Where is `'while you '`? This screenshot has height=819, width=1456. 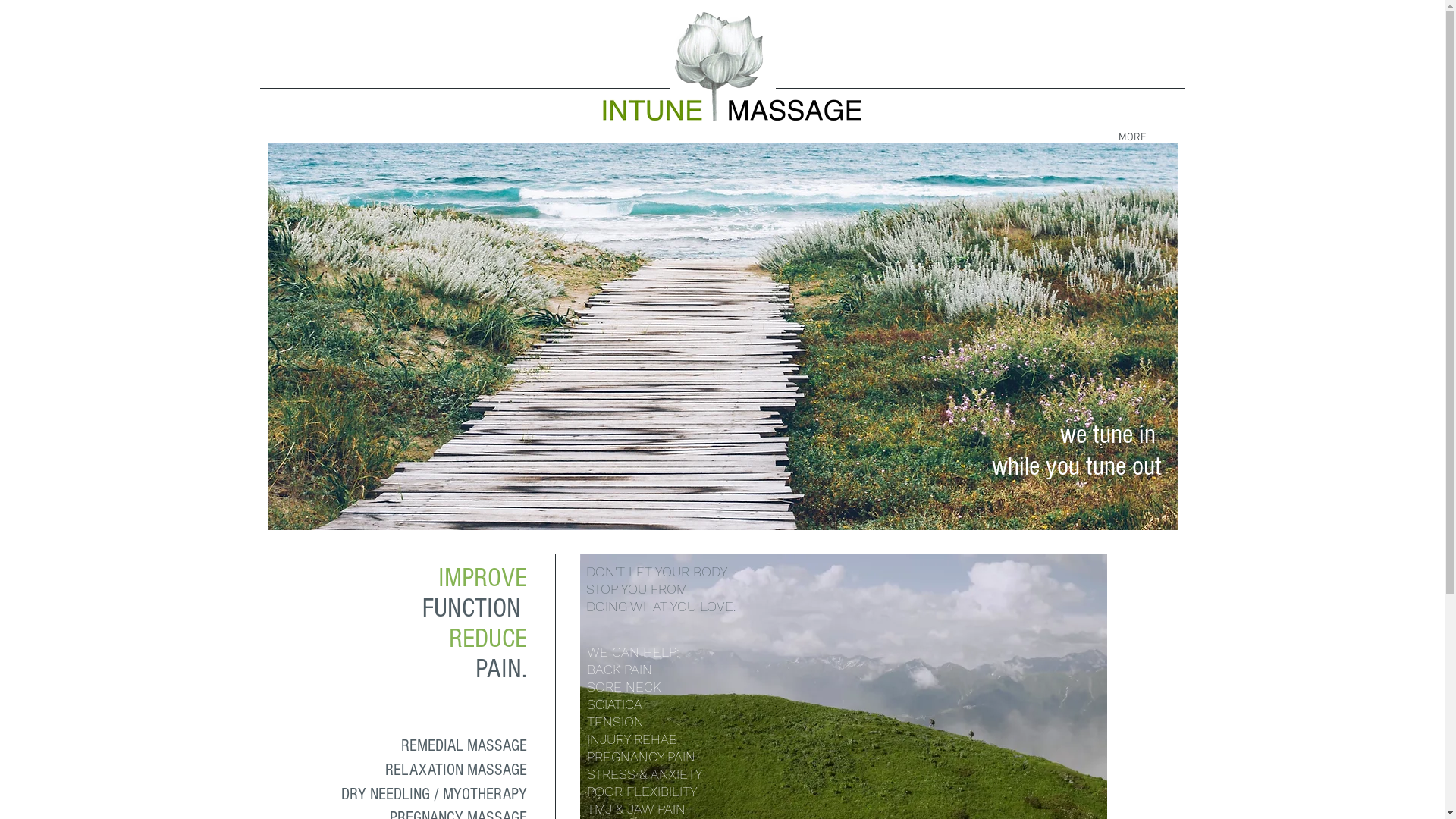
'while you ' is located at coordinates (1037, 464).